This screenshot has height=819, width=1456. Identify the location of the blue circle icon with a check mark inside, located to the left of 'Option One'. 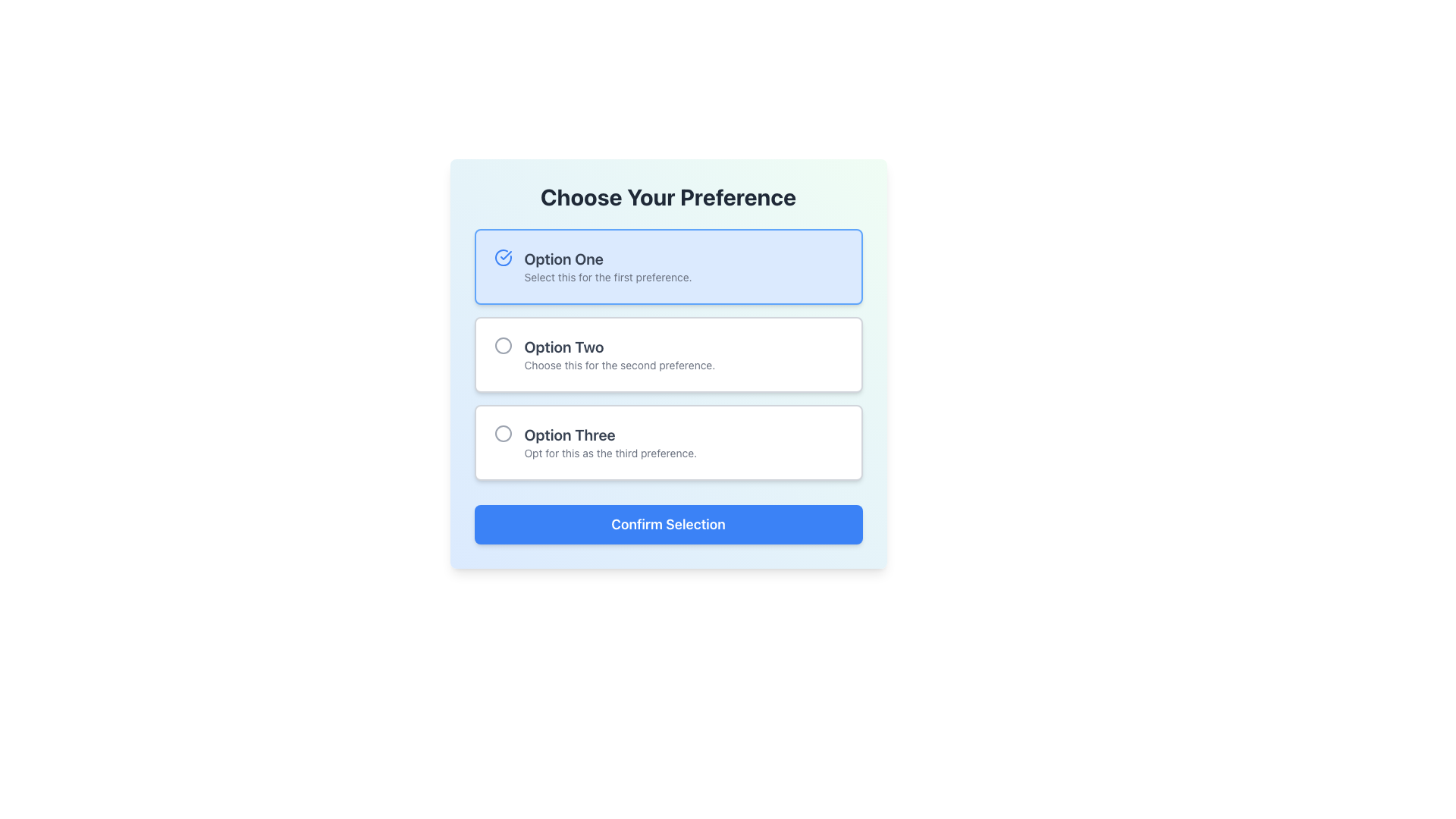
(503, 256).